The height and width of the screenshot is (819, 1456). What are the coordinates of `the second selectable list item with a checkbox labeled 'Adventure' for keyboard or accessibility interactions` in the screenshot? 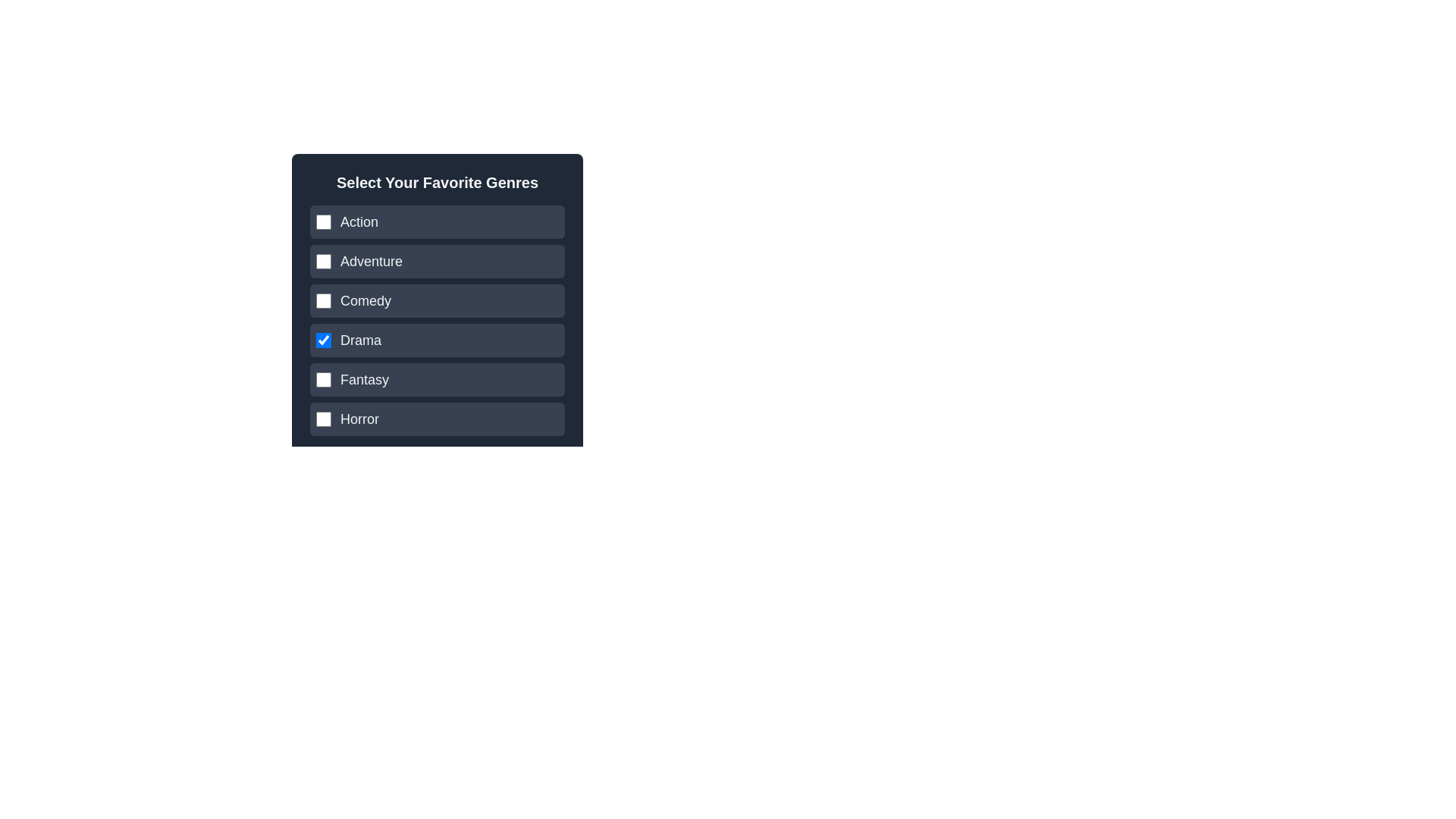 It's located at (436, 260).